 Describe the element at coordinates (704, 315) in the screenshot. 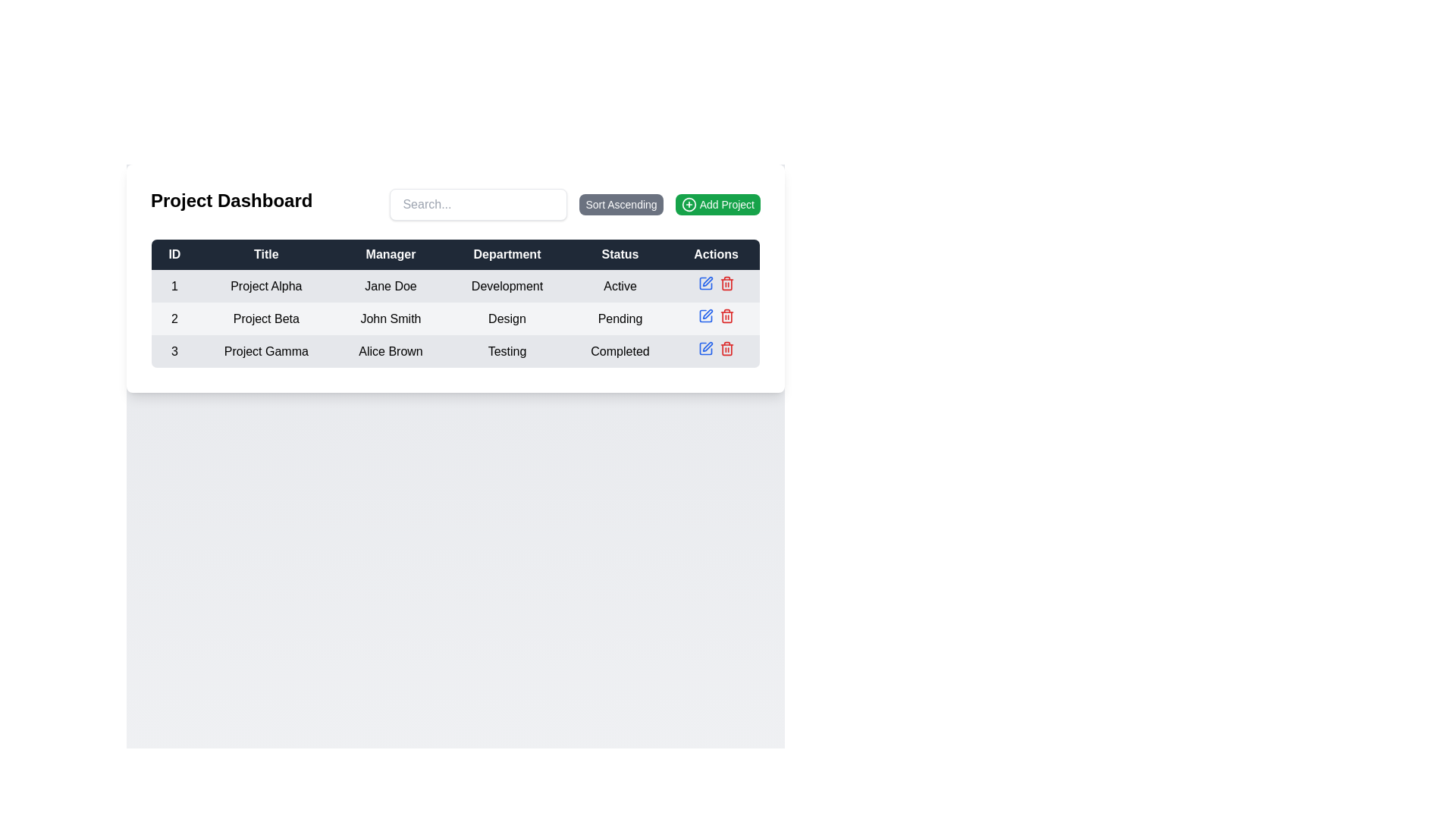

I see `the edit button in the second row of the table under the 'Actions' column` at that location.